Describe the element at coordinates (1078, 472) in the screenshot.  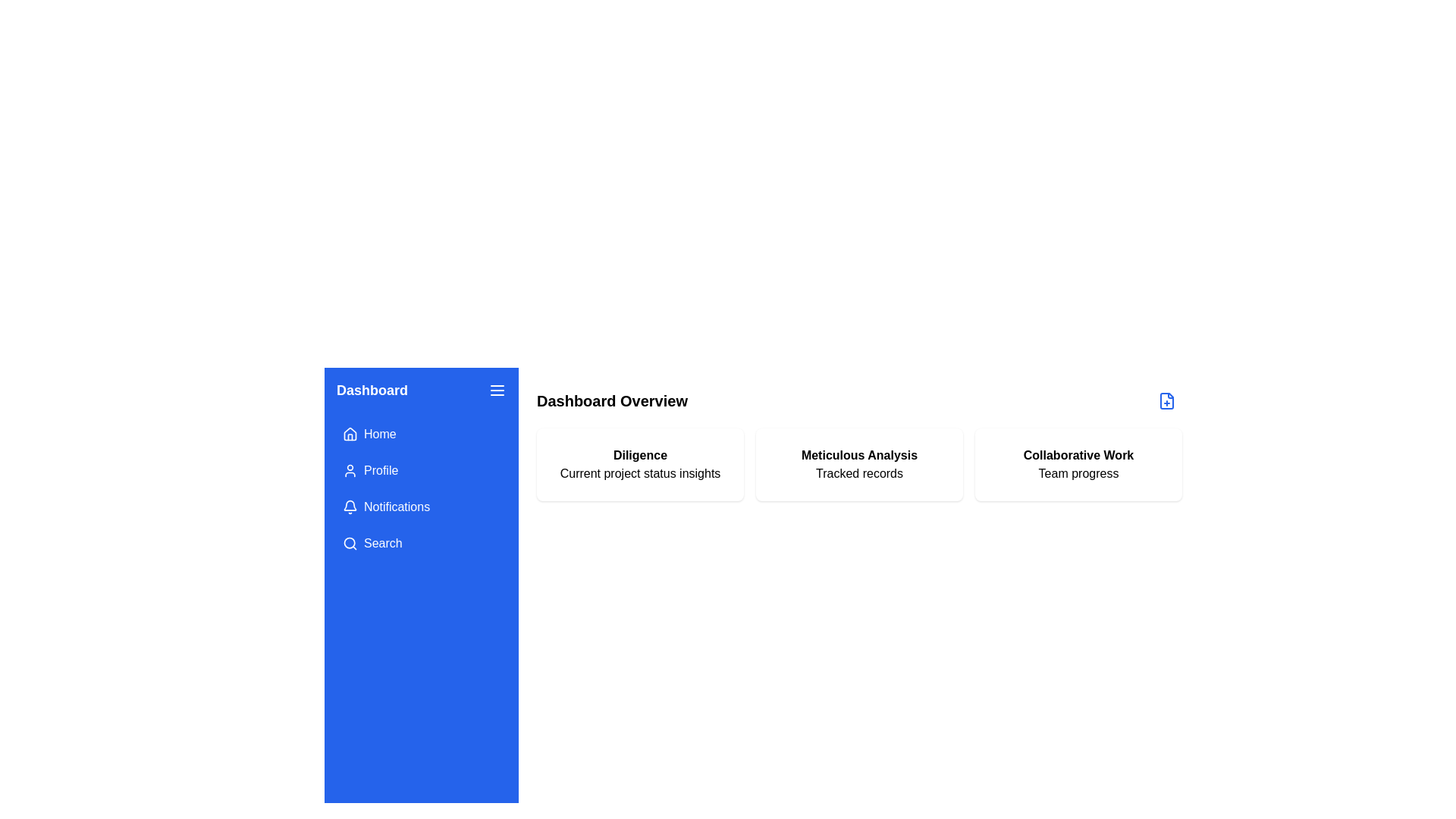
I see `the text label that reads 'Team progress', which is styled with a standard font and located below the 'Collaborative Work' header in the top-right section of the UI` at that location.